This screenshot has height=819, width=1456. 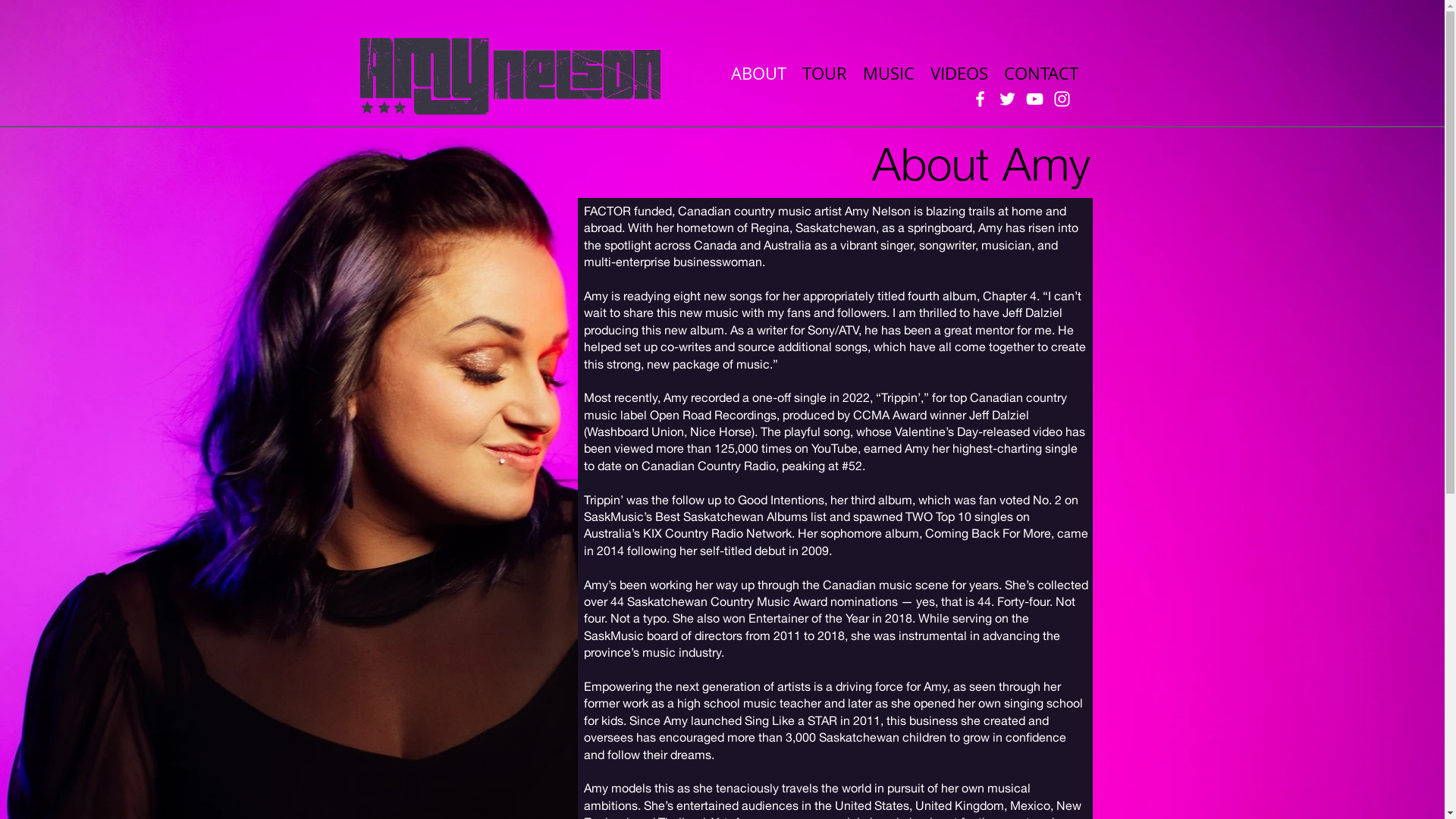 What do you see at coordinates (824, 72) in the screenshot?
I see `'TOUR'` at bounding box center [824, 72].